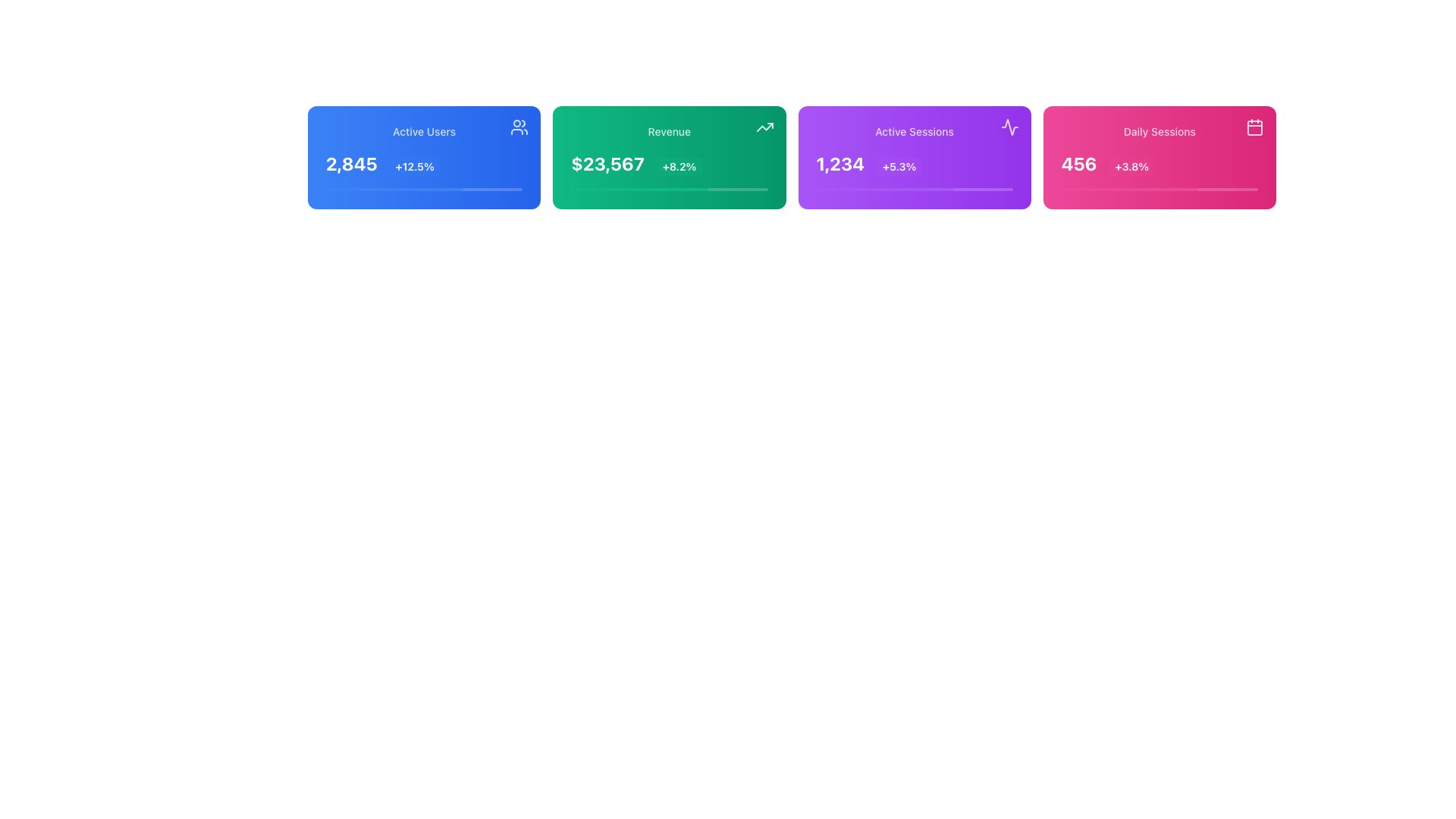 This screenshot has height=819, width=1456. Describe the element at coordinates (1131, 166) in the screenshot. I see `the Statistical indicator label indicating a percentage change related to the 'Daily Sessions' metric, located to the right of the number '456' within the pink card labeled 'Daily Sessions'` at that location.